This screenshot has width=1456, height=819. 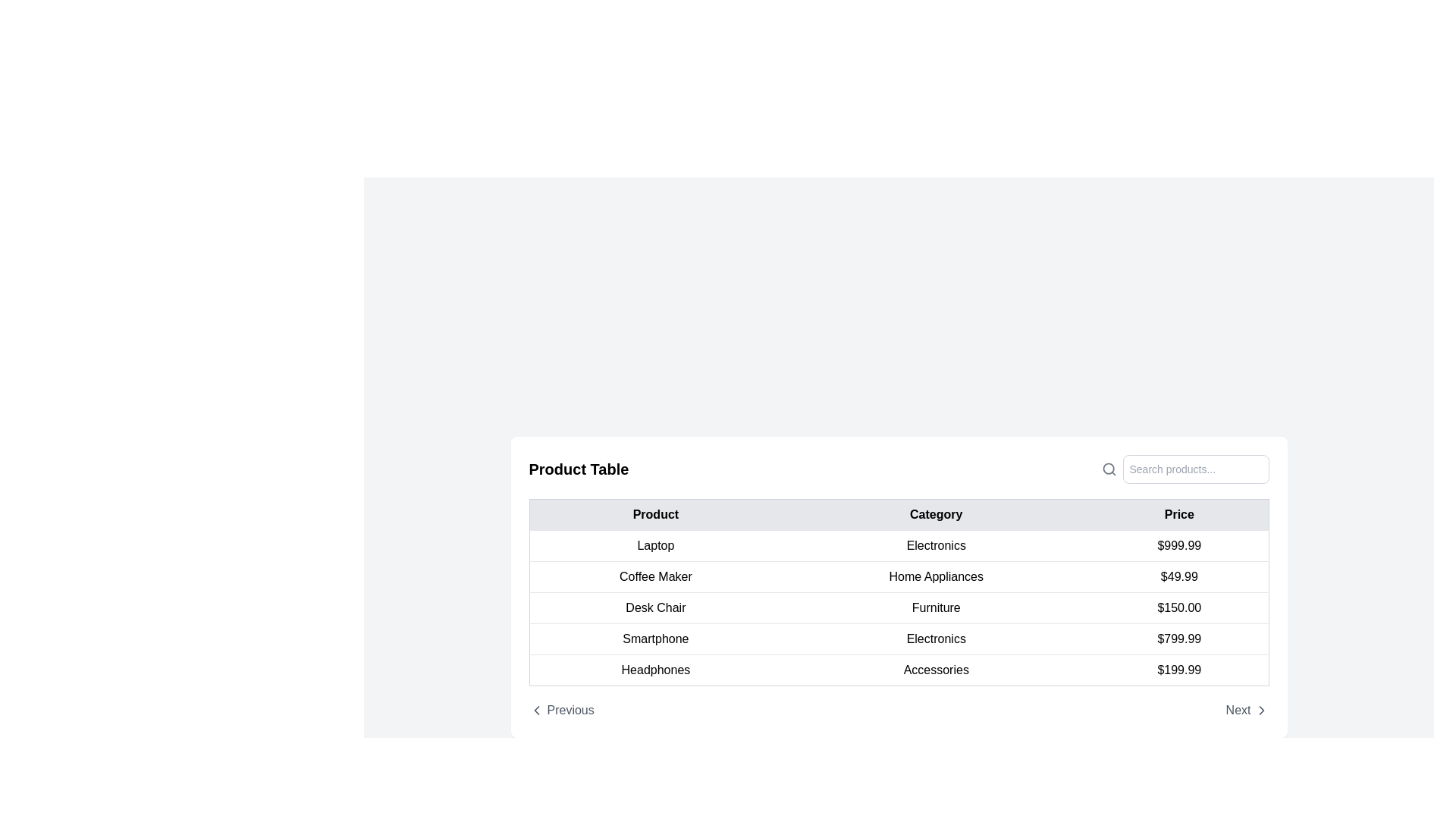 What do you see at coordinates (935, 576) in the screenshot?
I see `the text label` at bounding box center [935, 576].